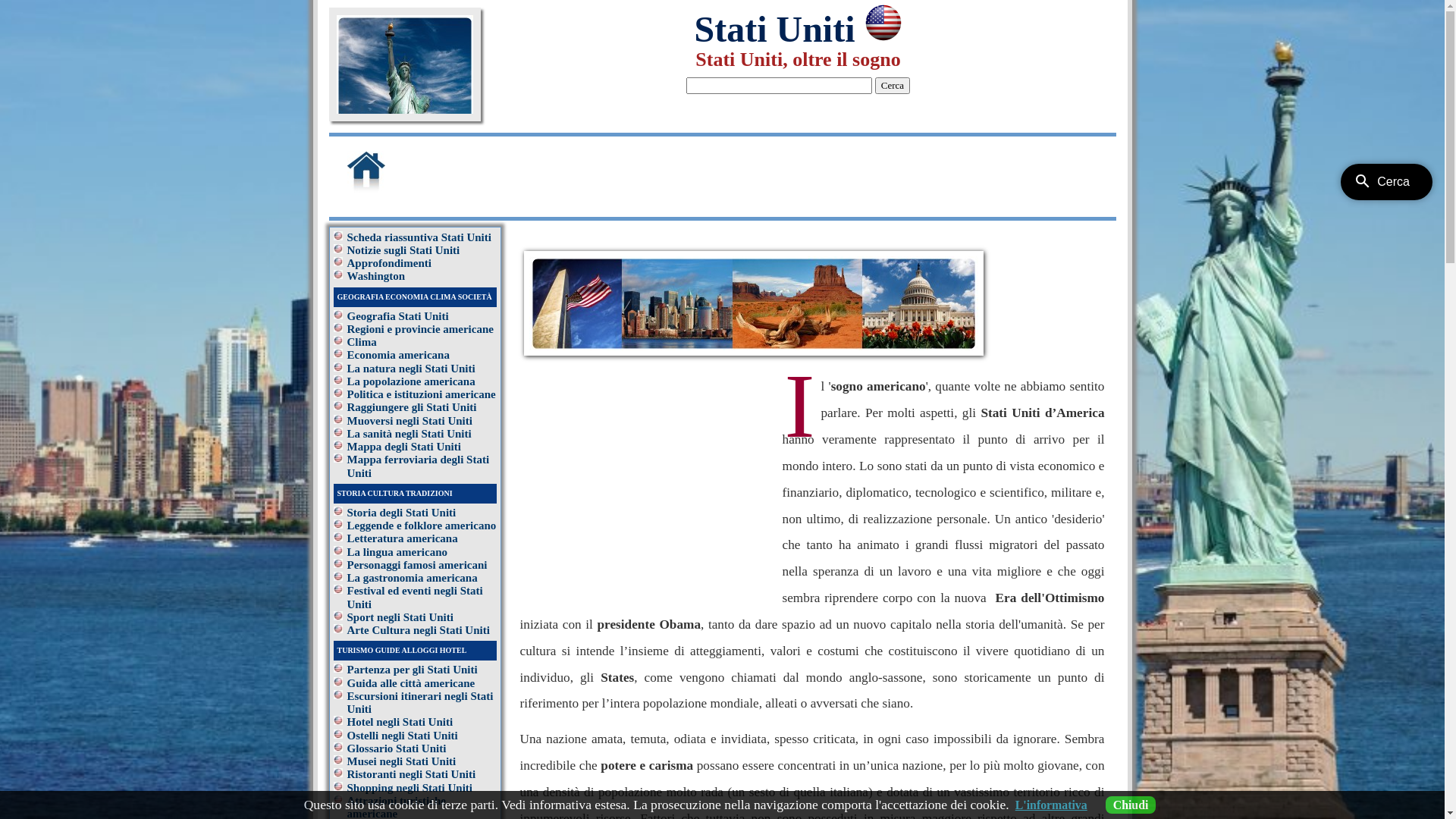 This screenshot has height=819, width=1456. Describe the element at coordinates (400, 721) in the screenshot. I see `'Hotel negli Stati Uniti'` at that location.